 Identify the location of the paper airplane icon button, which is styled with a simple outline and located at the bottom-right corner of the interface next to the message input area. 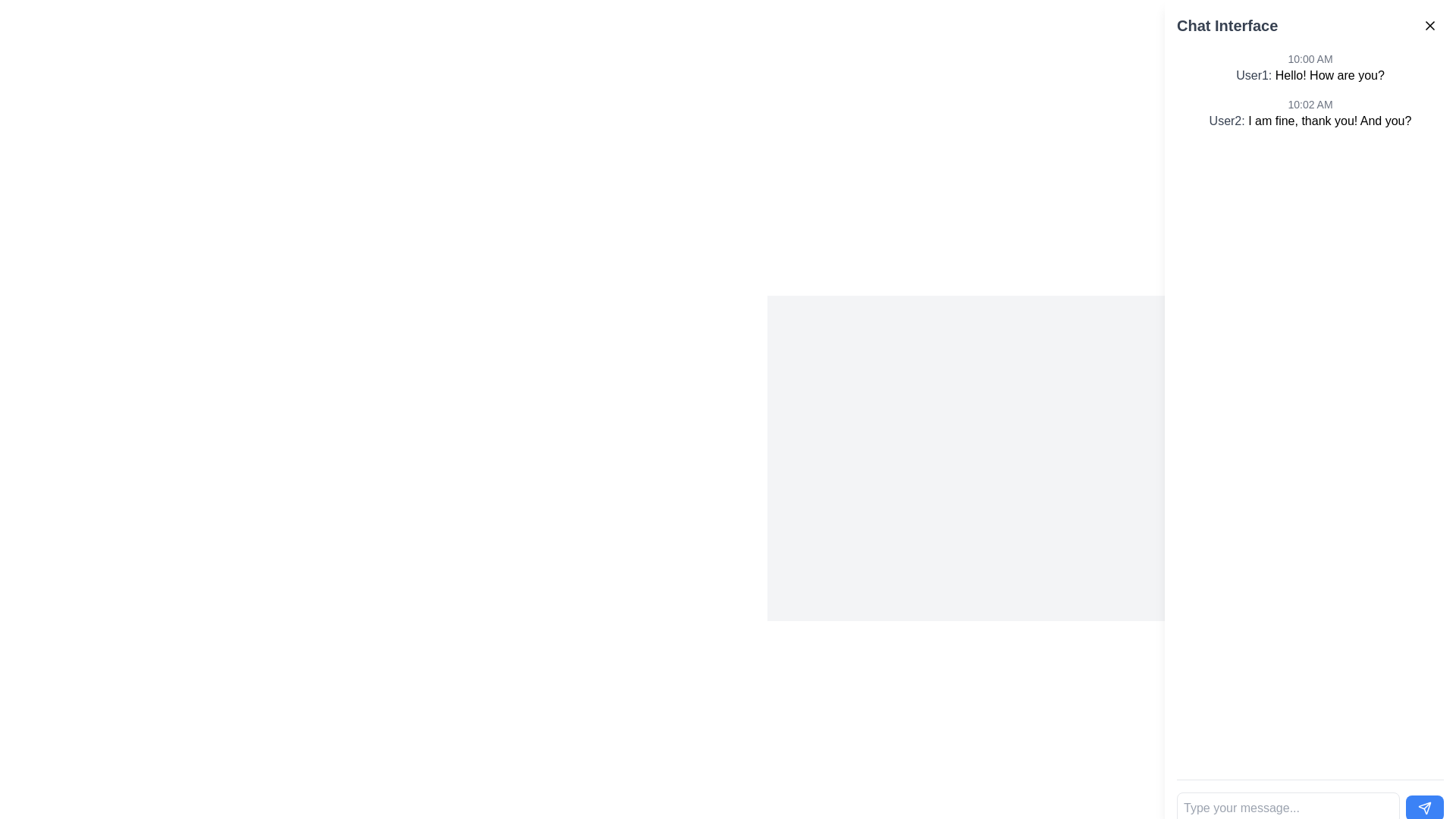
(1423, 807).